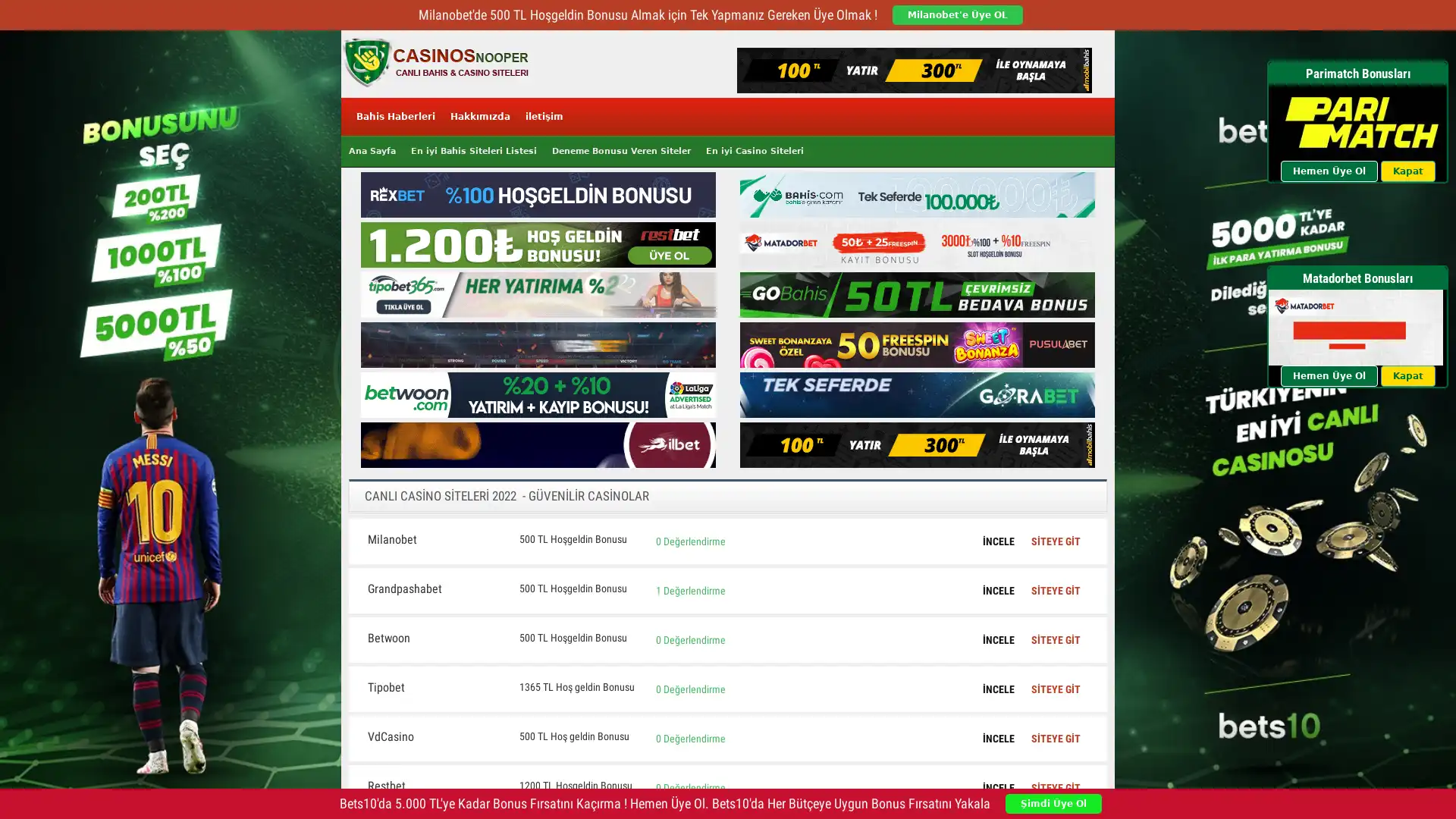 This screenshot has width=1456, height=819. I want to click on Kapat, so click(1407, 375).